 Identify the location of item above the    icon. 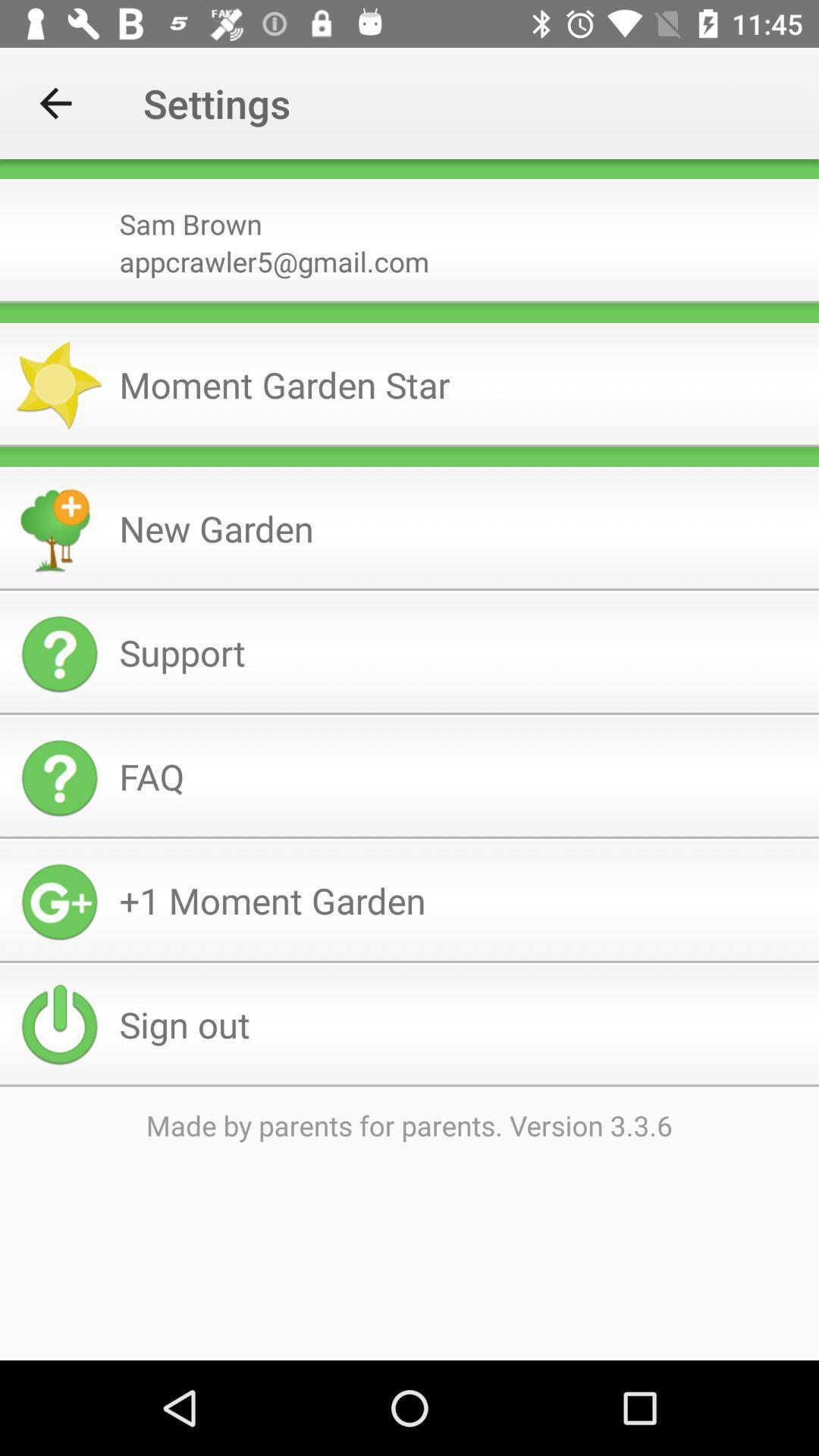
(409, 302).